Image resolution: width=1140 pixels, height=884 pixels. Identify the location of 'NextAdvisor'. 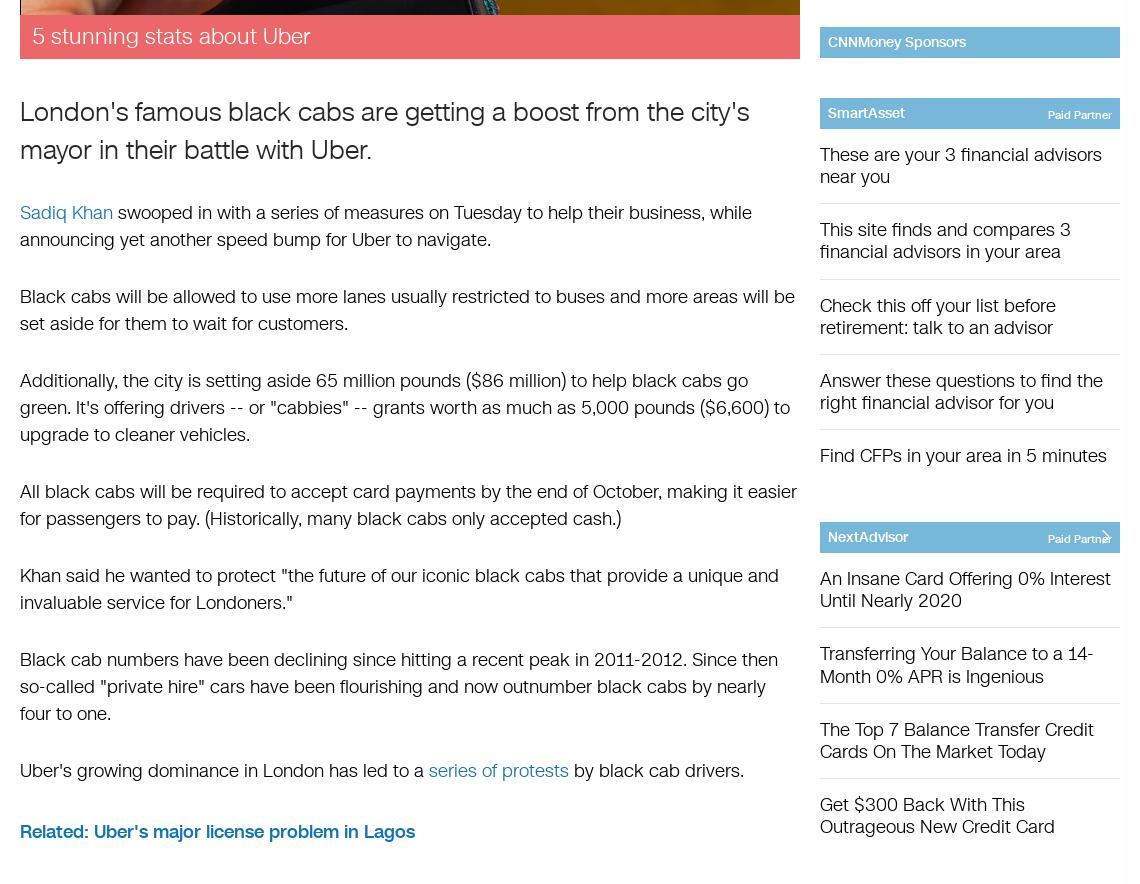
(867, 537).